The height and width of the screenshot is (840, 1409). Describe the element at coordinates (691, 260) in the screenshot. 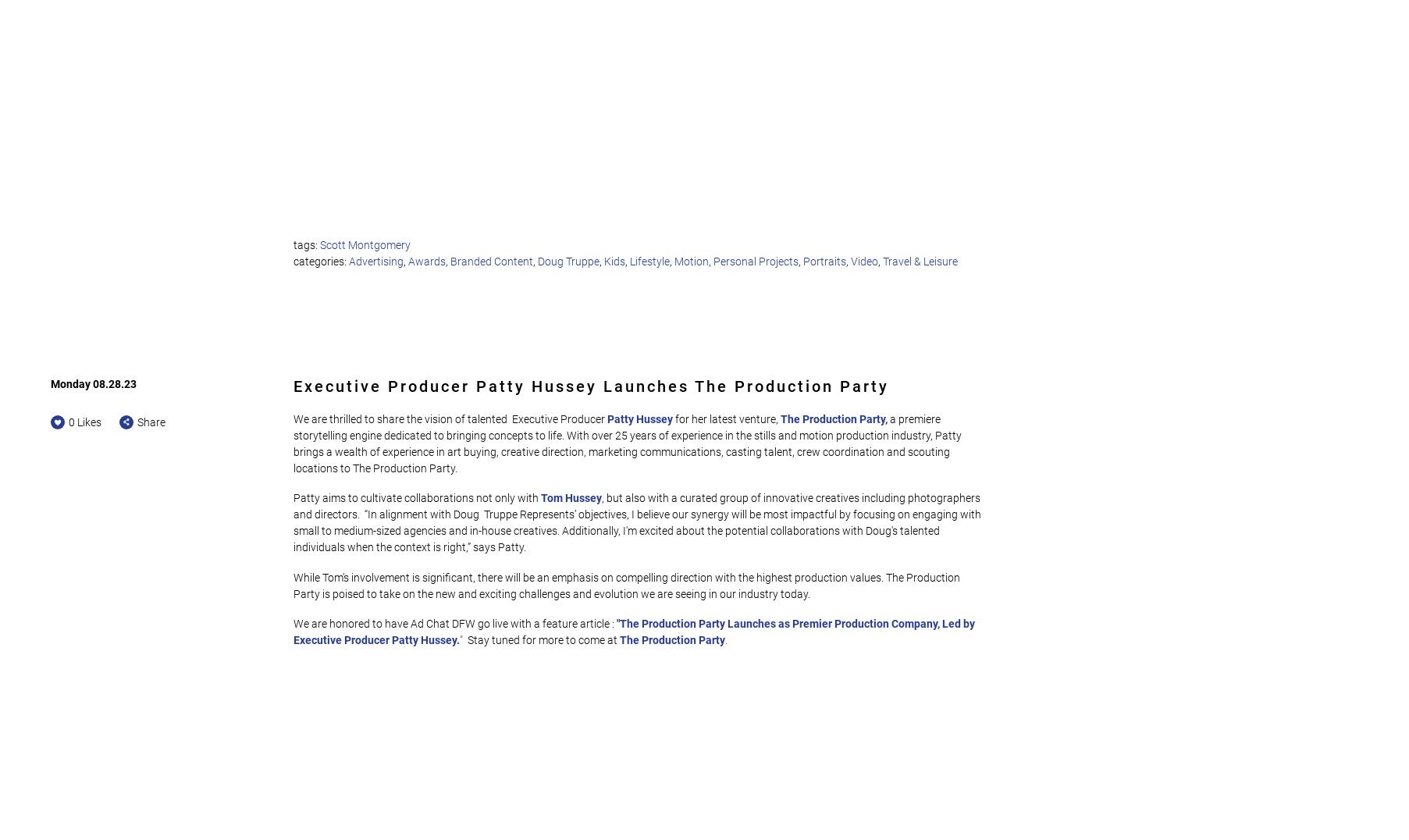

I see `'Motion'` at that location.